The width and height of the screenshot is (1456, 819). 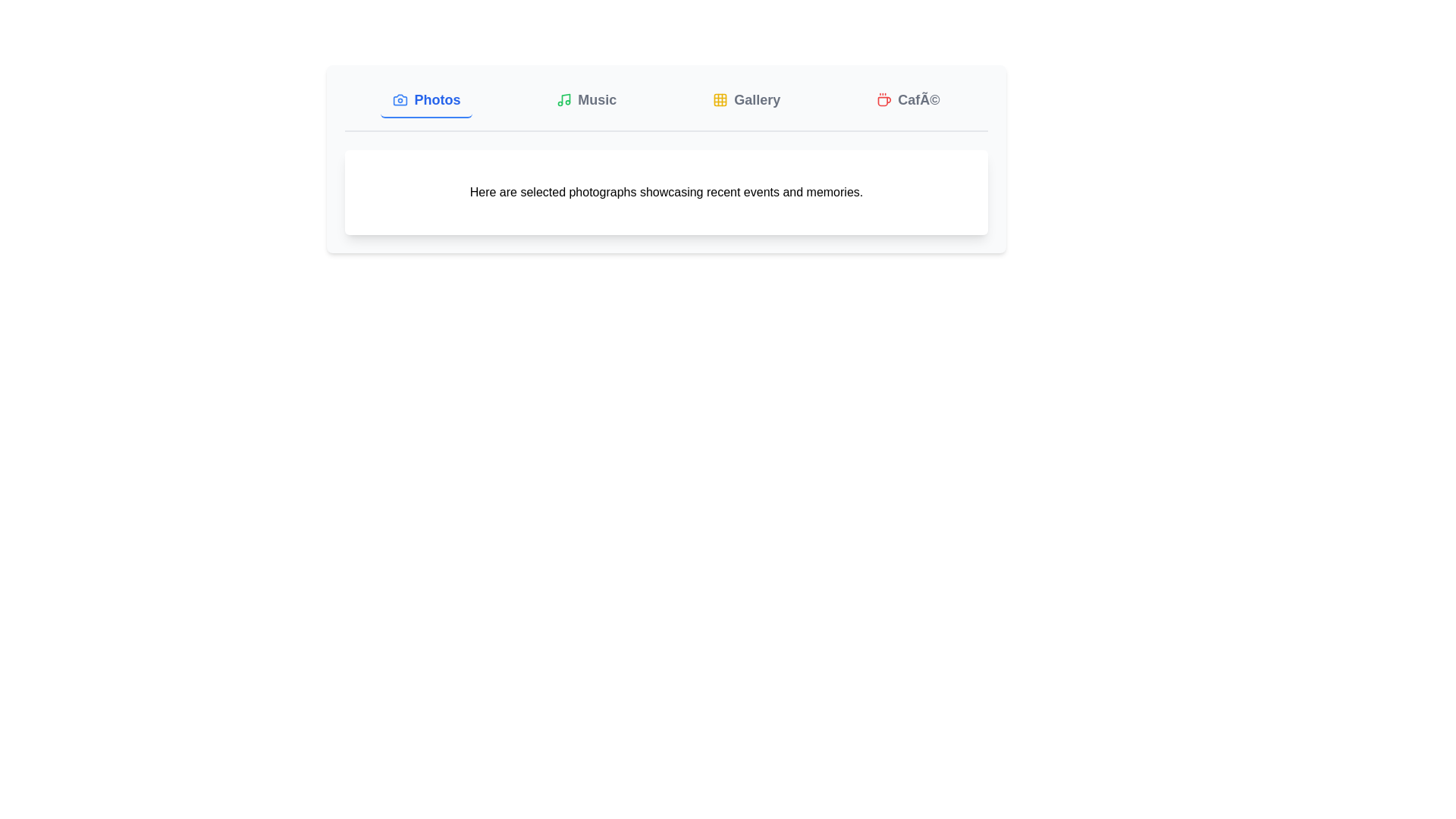 I want to click on the 'Photos' tab label in the navigation menu, which indicates the section related to photos, so click(x=436, y=99).